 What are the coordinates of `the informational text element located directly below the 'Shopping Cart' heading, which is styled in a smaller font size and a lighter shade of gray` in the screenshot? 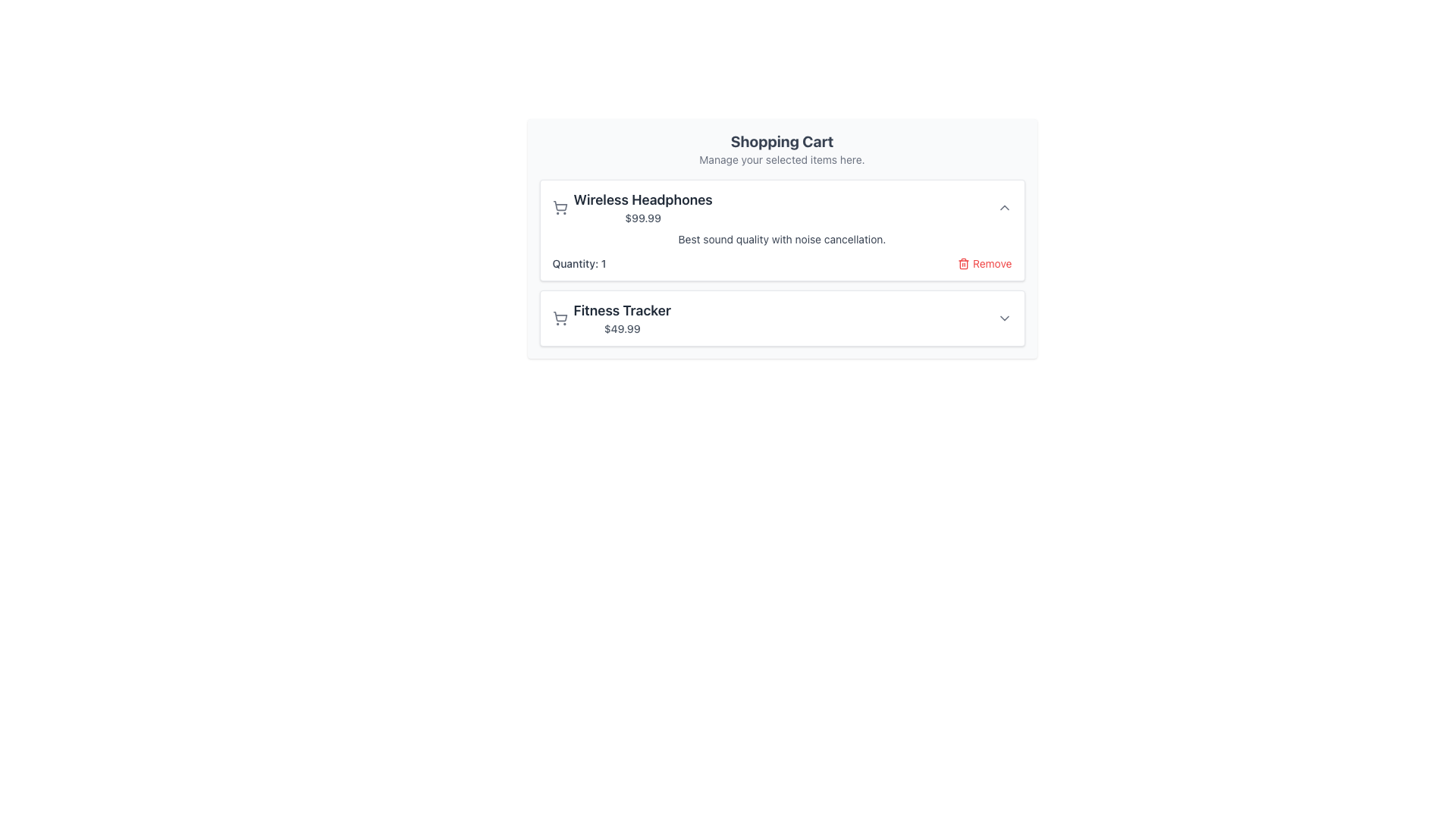 It's located at (782, 160).